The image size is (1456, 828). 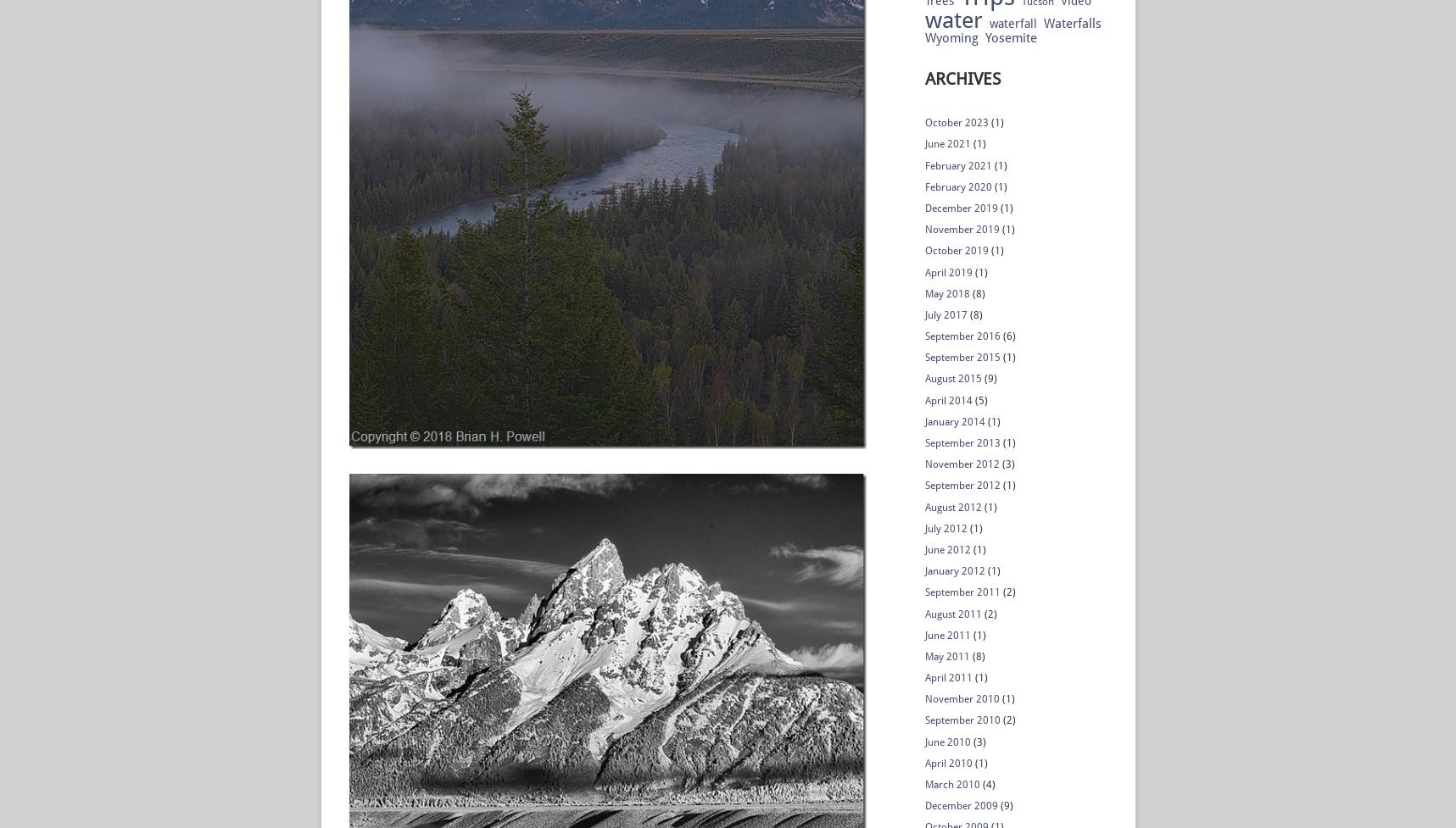 What do you see at coordinates (947, 741) in the screenshot?
I see `'June 2010'` at bounding box center [947, 741].